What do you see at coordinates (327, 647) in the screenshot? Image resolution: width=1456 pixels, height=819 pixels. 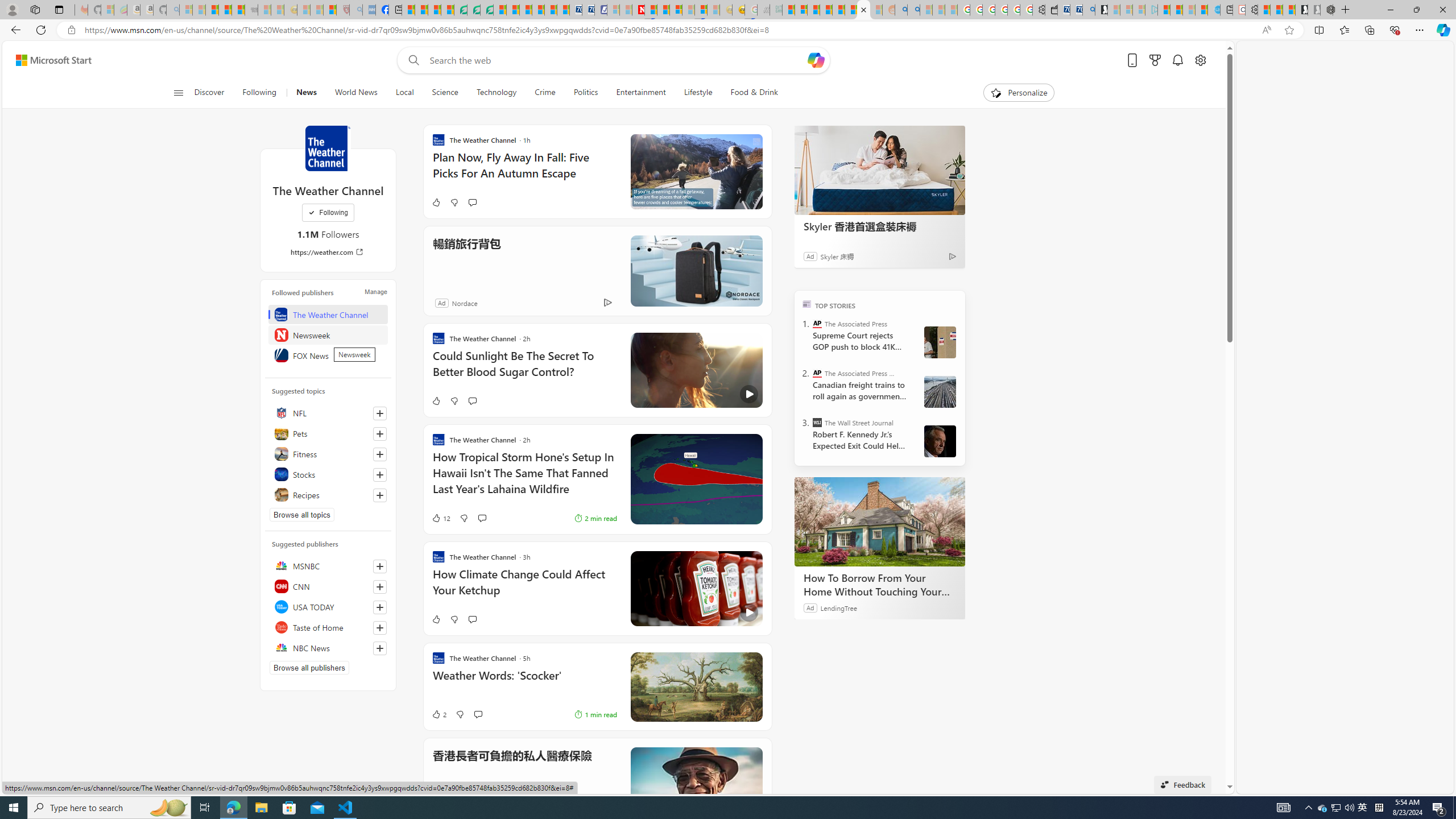 I see `'NBC News'` at bounding box center [327, 647].